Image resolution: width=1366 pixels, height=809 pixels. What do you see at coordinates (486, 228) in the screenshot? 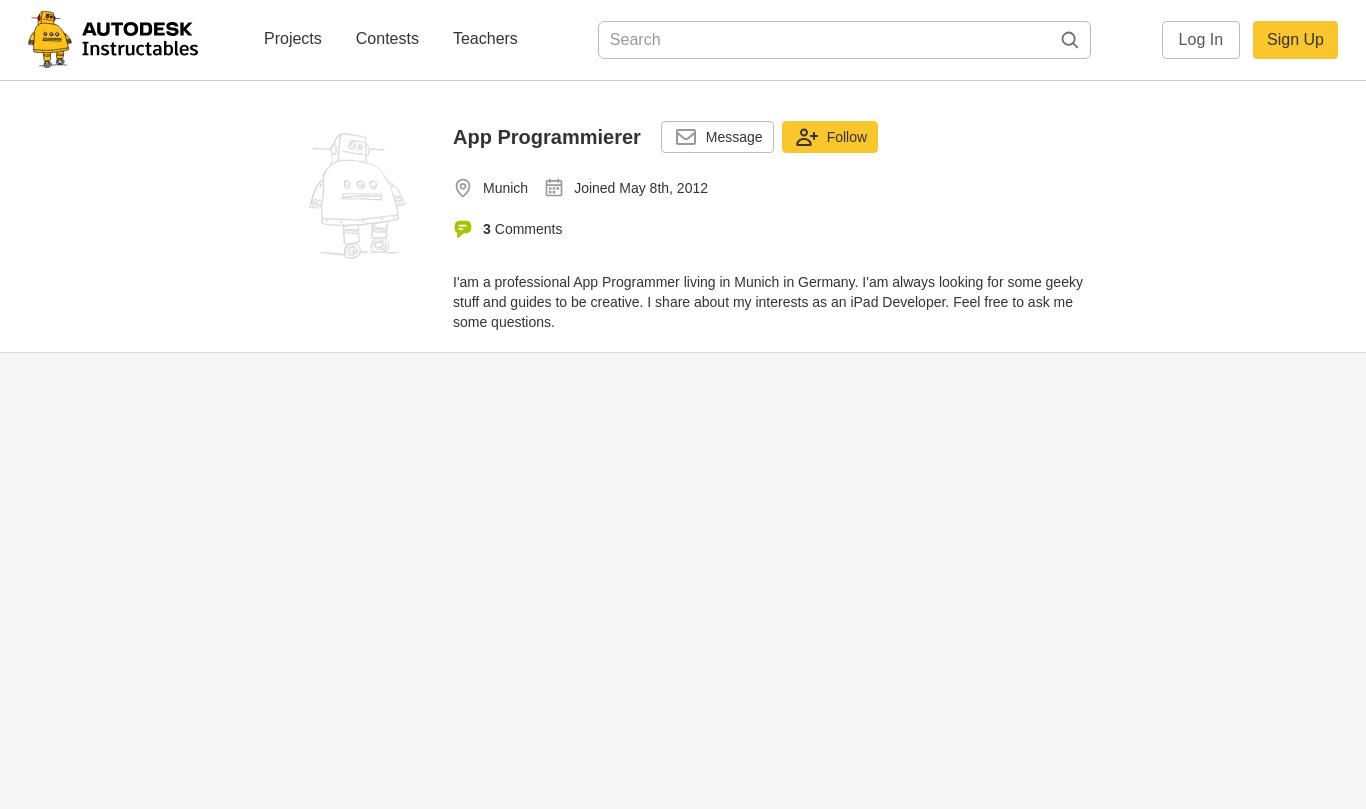
I see `'3'` at bounding box center [486, 228].